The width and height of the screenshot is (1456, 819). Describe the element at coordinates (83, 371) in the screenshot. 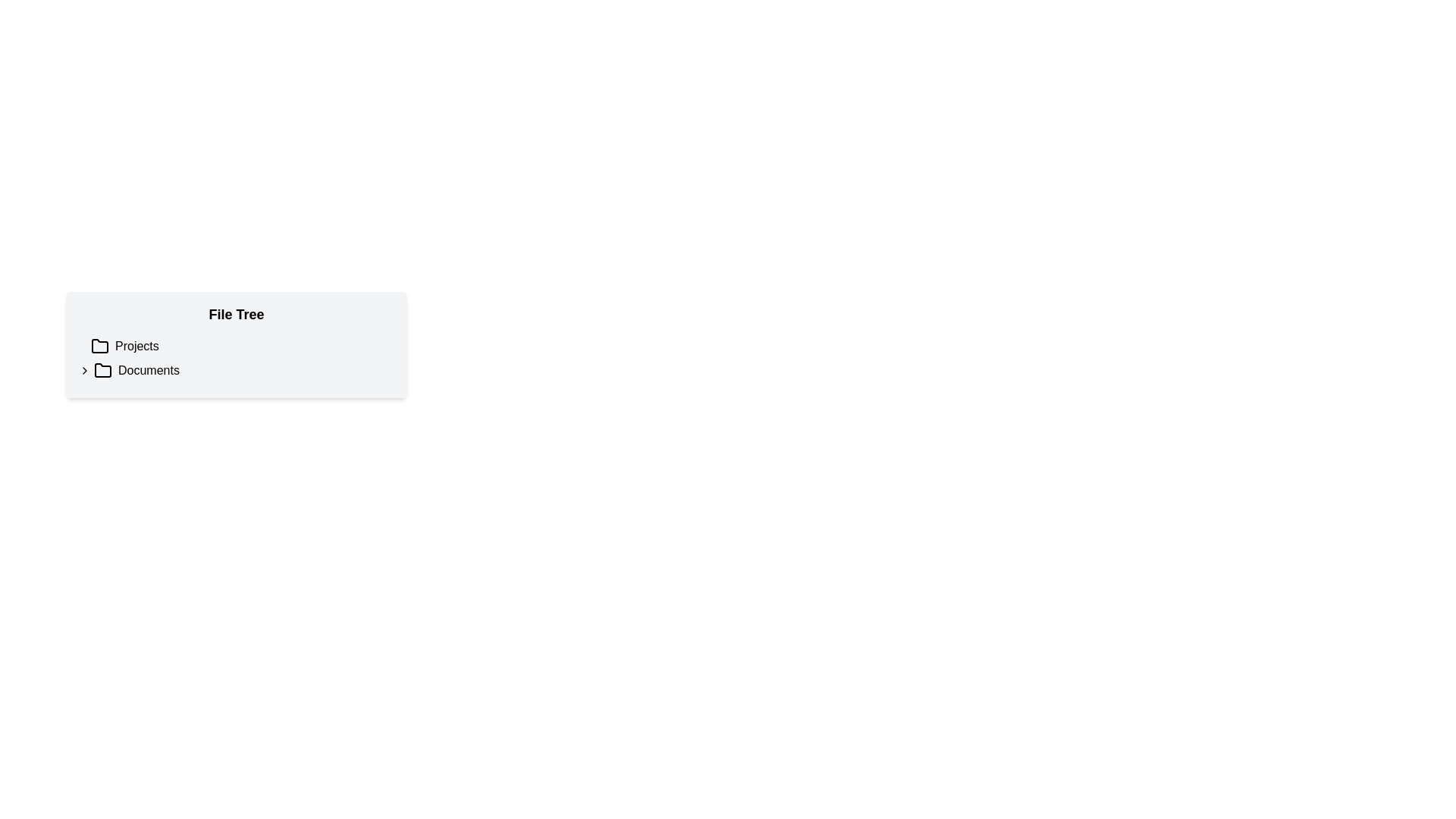

I see `the right-facing chevron toggle icon for the 'Documents' folder` at that location.